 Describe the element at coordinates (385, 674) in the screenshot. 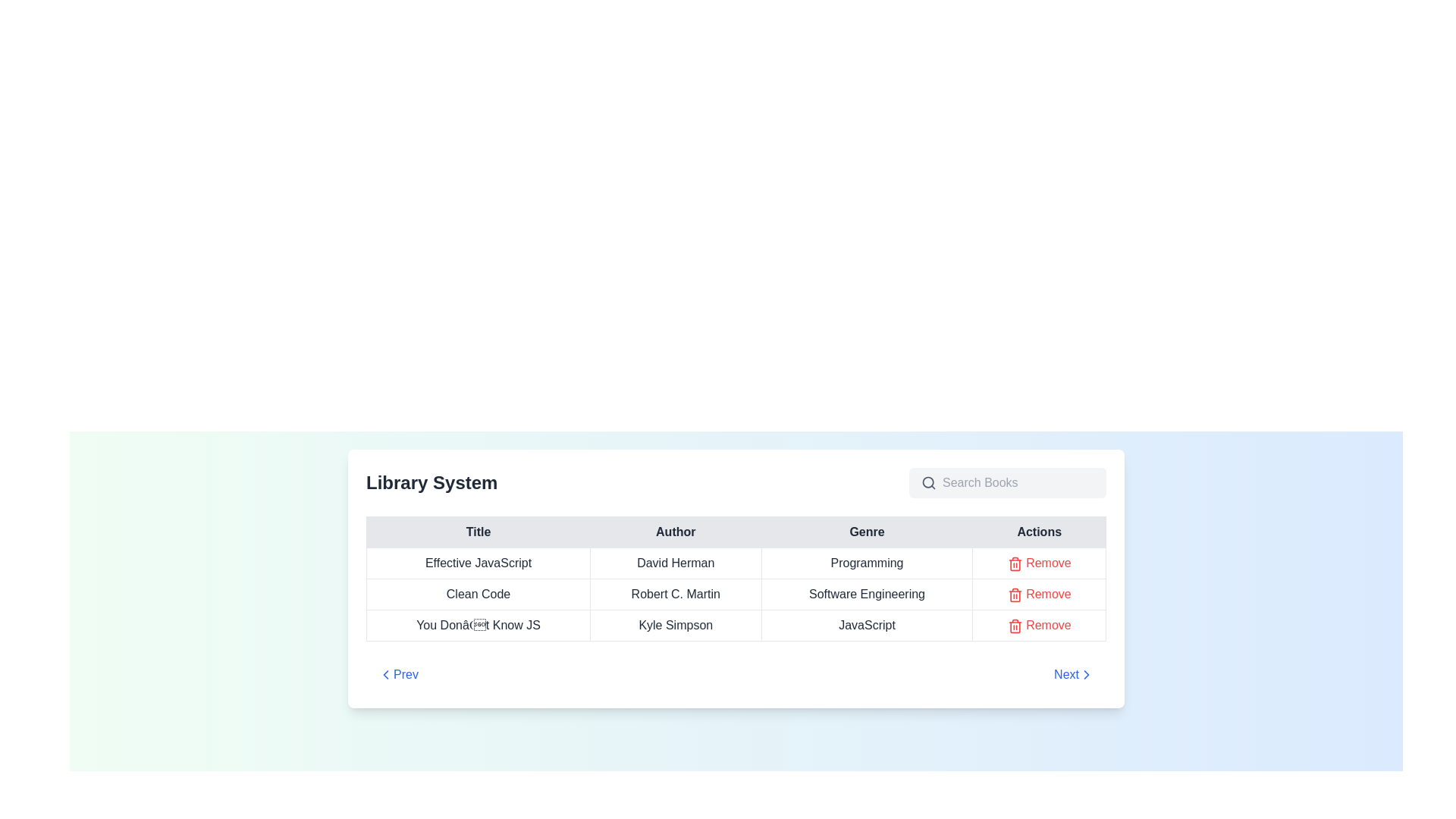

I see `the left-pointing arrow icon next to the text 'Prev'` at that location.